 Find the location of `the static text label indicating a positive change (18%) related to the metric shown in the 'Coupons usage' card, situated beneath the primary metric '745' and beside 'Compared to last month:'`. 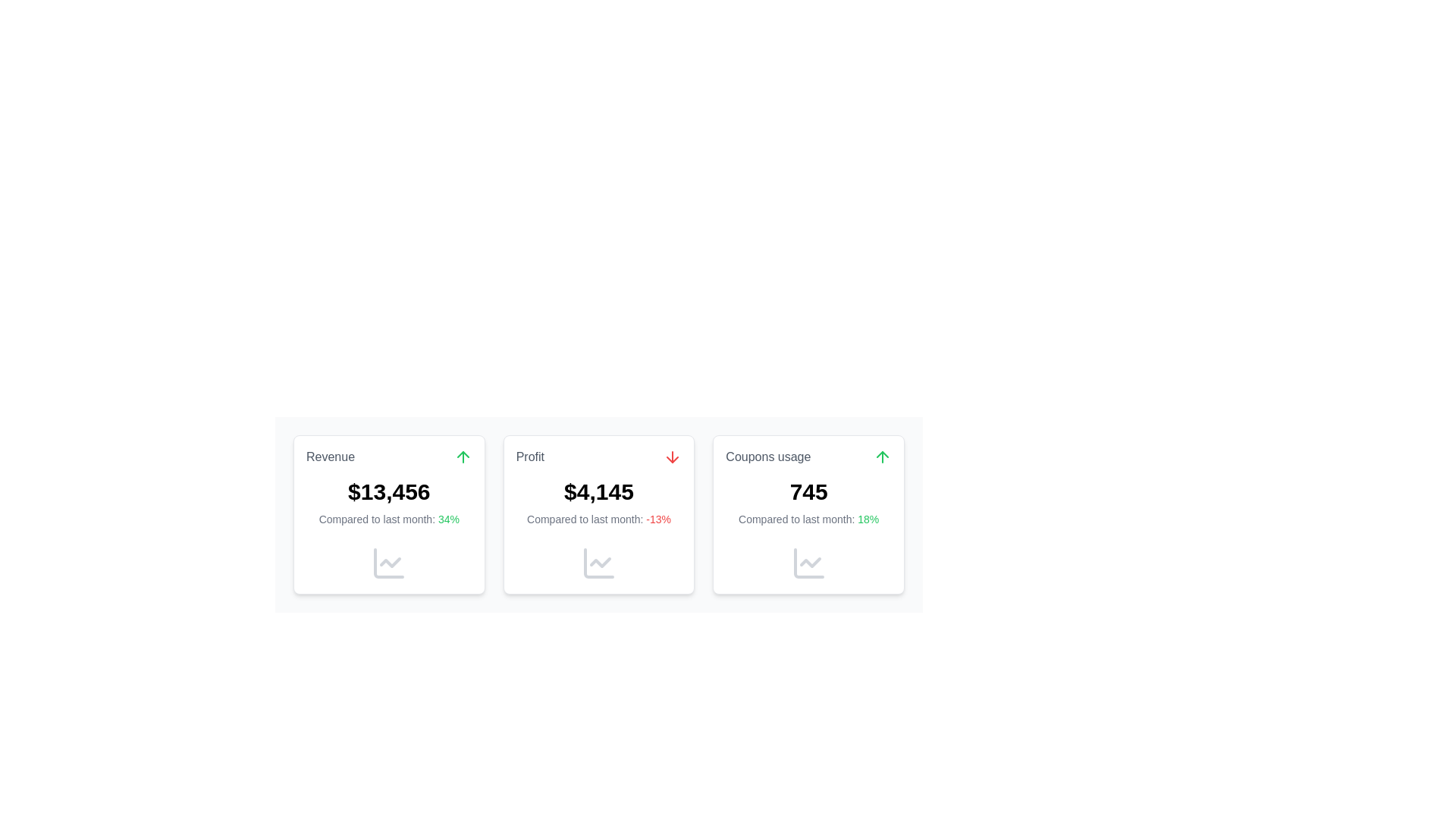

the static text label indicating a positive change (18%) related to the metric shown in the 'Coupons usage' card, situated beneath the primary metric '745' and beside 'Compared to last month:' is located at coordinates (868, 519).